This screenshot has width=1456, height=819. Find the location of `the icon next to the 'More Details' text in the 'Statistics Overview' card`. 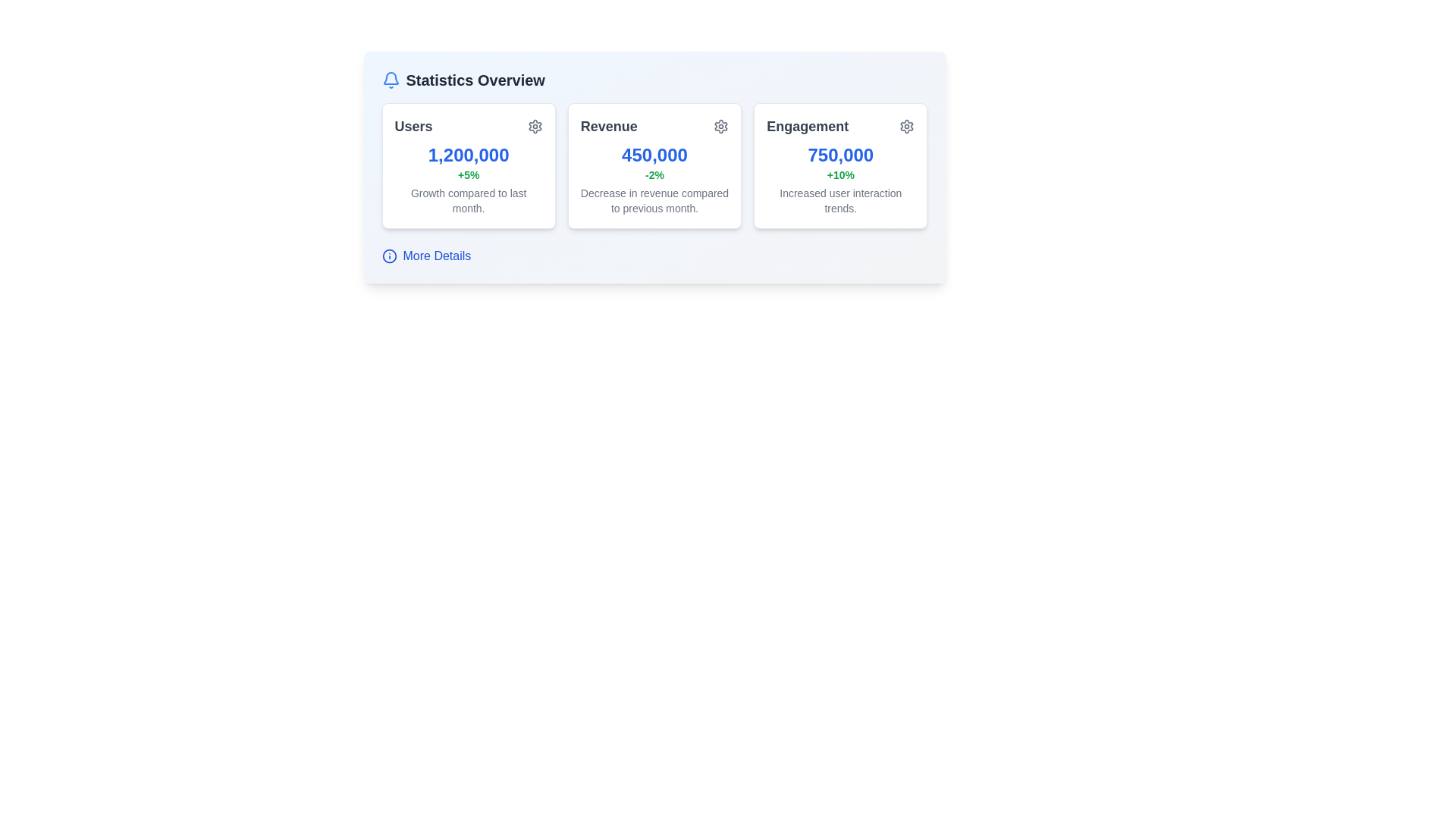

the icon next to the 'More Details' text in the 'Statistics Overview' card is located at coordinates (389, 256).